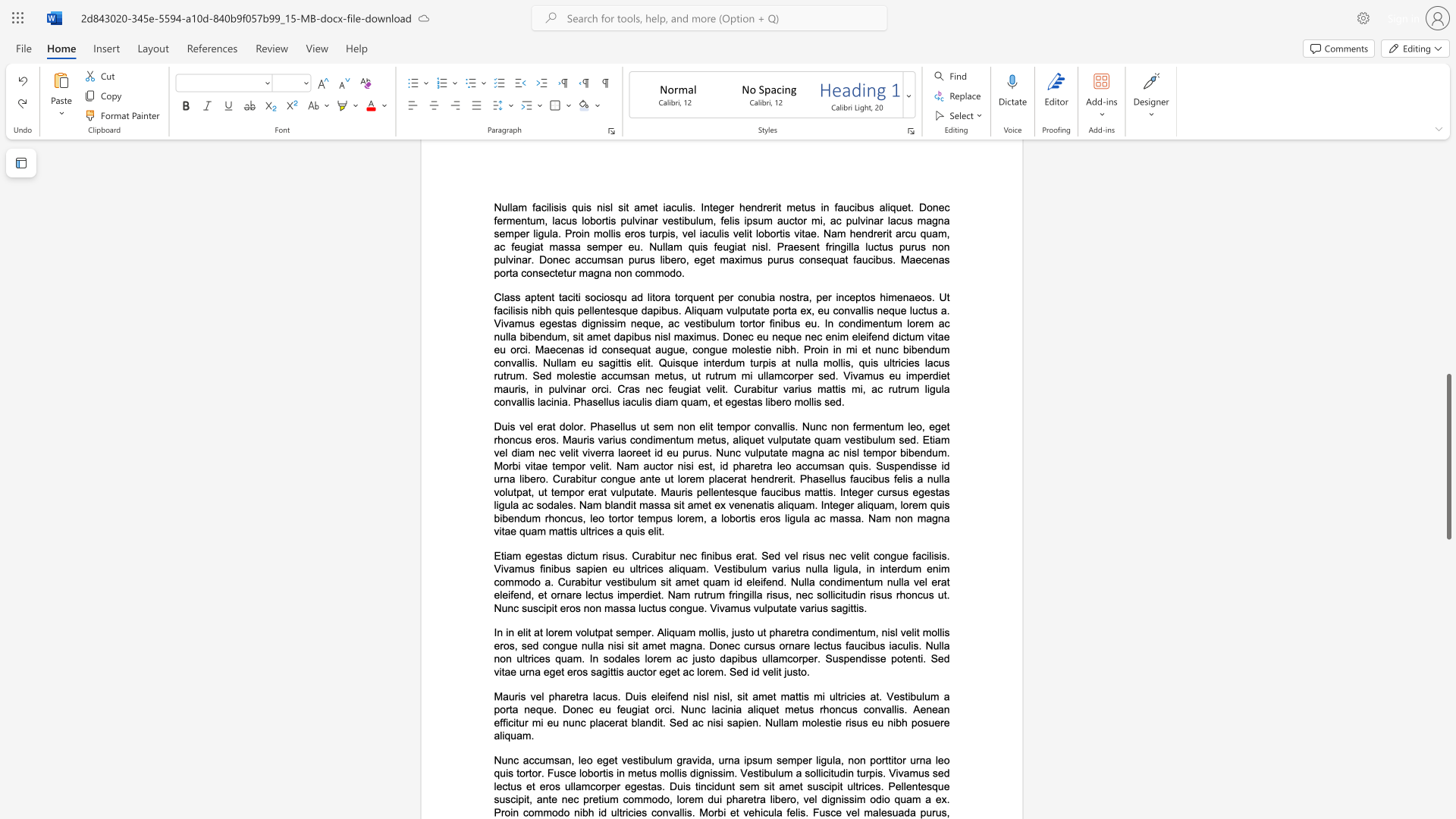 The image size is (1456, 819). Describe the element at coordinates (777, 581) in the screenshot. I see `the subset text "d. Nulla condimentum nulla vel erat eleifend, et orna" within the text "Etiam egestas dictum risus. Curabitur nec finibus erat. Sed vel risus nec velit congue facilisis. Vivamus finibus sapien eu ultrices aliquam. Vestibulum varius nulla ligula, in interdum enim commodo a. Curabitur vestibulum sit amet quam id eleifend. Nulla condimentum nulla vel erat eleifend, et ornare lectus imperdiet. Nam rutrum fringilla risus, nec sollicitudin risus rhoncus ut. Nunc suscipit eros non massa luctus congue. Vivamus vulputate varius sagittis."` at that location.